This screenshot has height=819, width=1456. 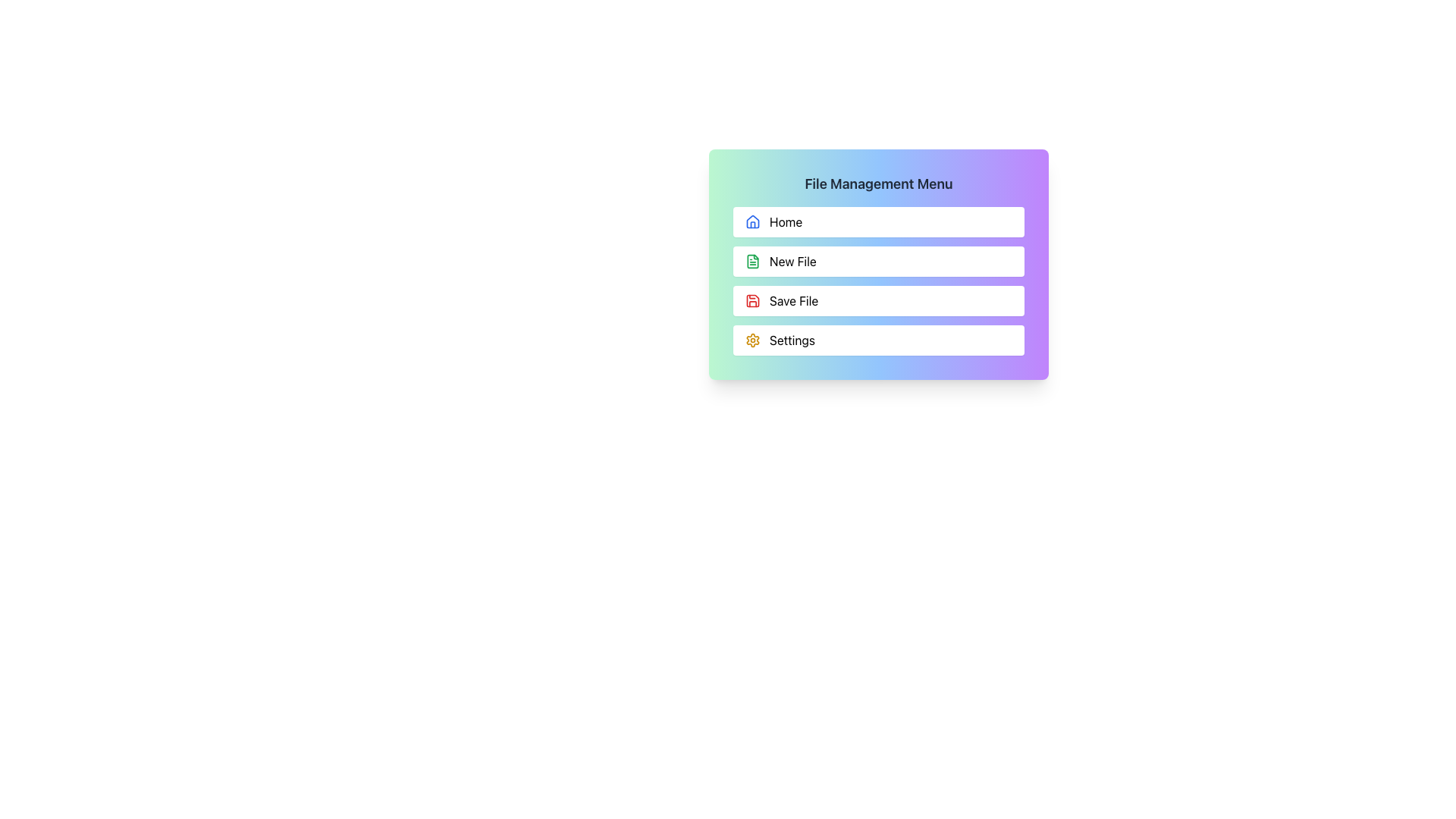 What do you see at coordinates (753, 301) in the screenshot?
I see `the red save icon located to the left of the 'Save File' label in the vertical menu layout` at bounding box center [753, 301].